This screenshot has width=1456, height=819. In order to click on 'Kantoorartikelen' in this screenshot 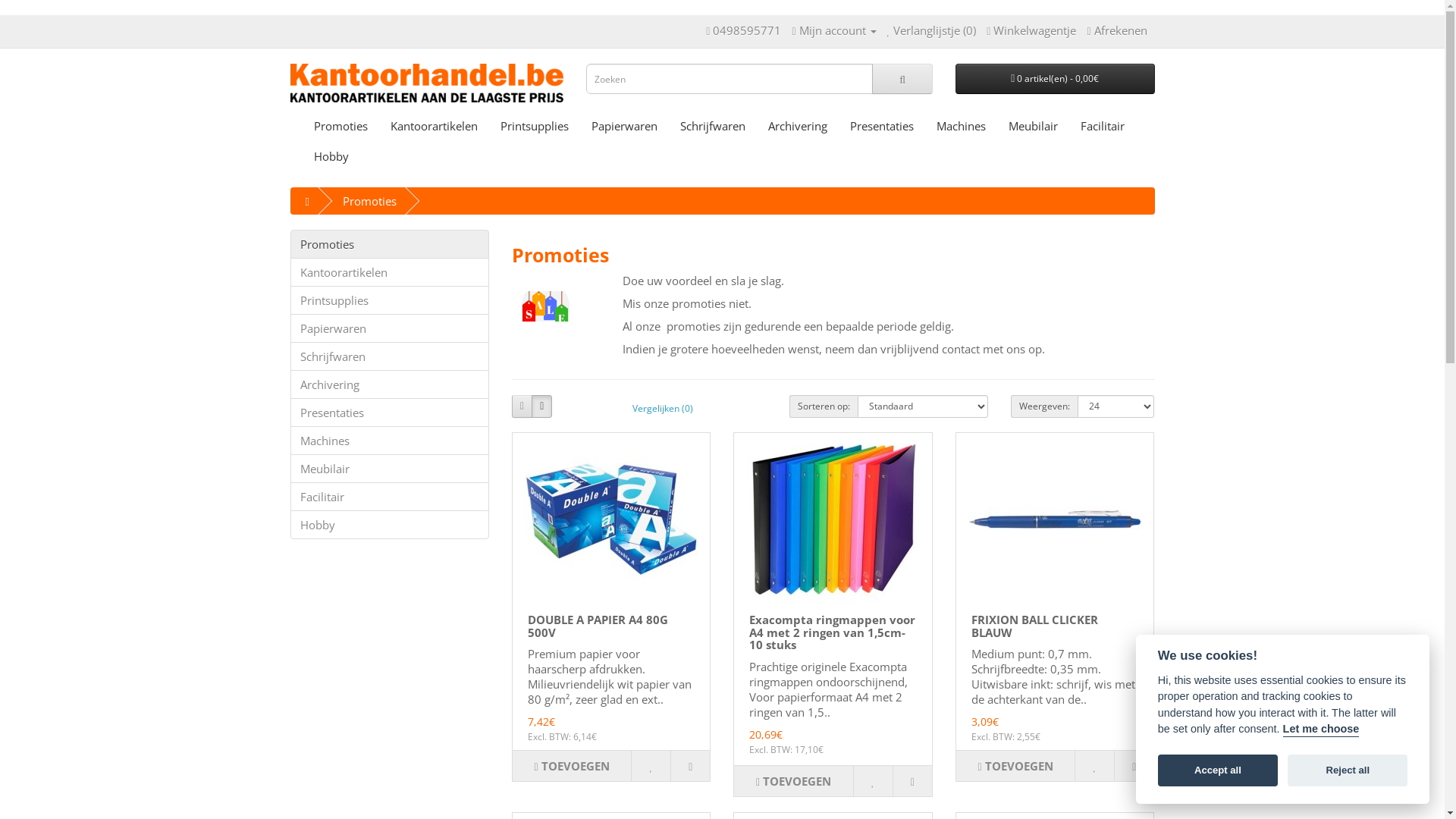, I will do `click(433, 124)`.